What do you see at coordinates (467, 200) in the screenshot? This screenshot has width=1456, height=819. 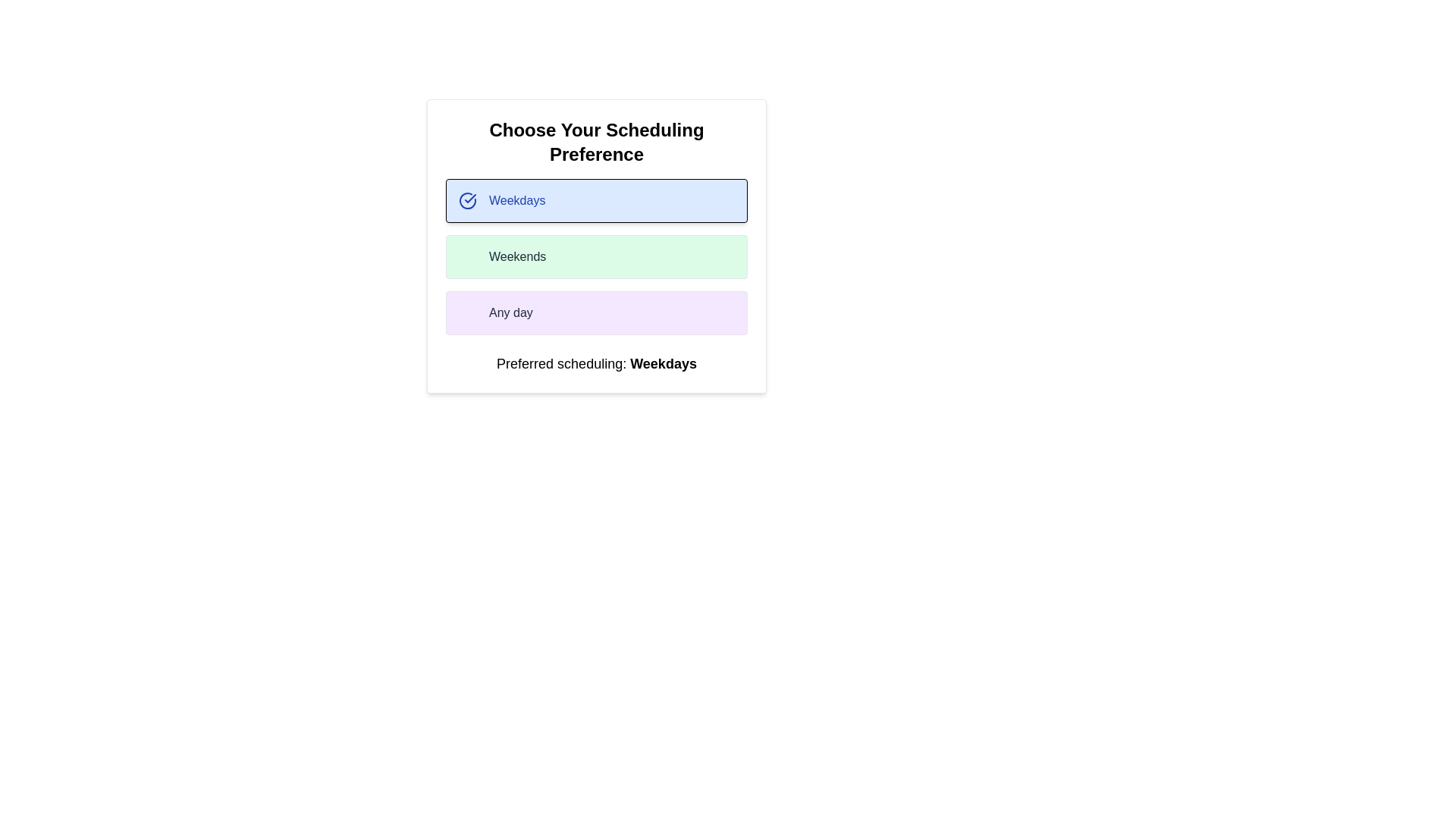 I see `the circular checkmark icon located within the blue-shaded 'Weekdays' button, positioned to the left of the text` at bounding box center [467, 200].